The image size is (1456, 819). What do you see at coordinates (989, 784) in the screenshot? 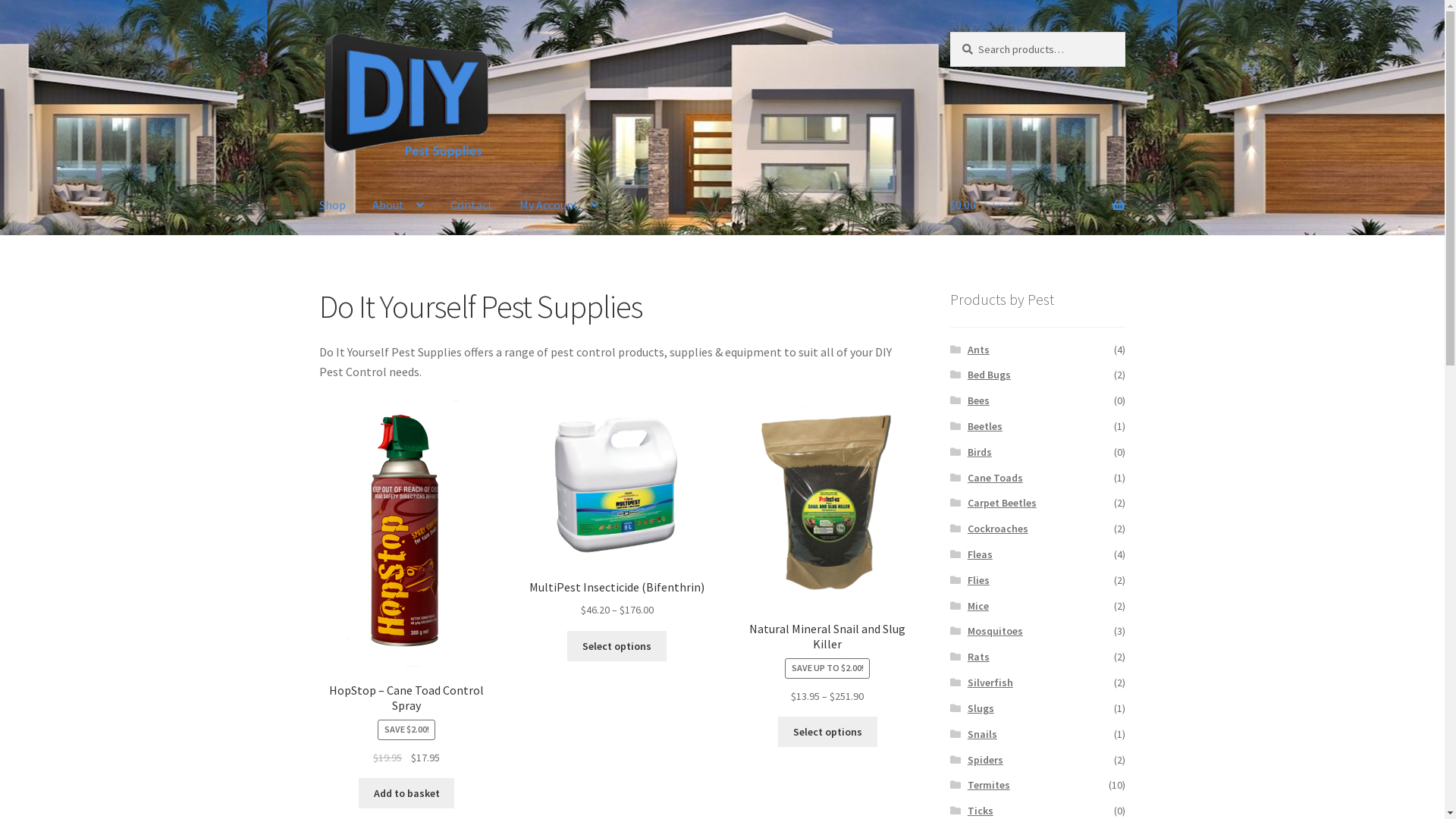
I see `'Termites'` at bounding box center [989, 784].